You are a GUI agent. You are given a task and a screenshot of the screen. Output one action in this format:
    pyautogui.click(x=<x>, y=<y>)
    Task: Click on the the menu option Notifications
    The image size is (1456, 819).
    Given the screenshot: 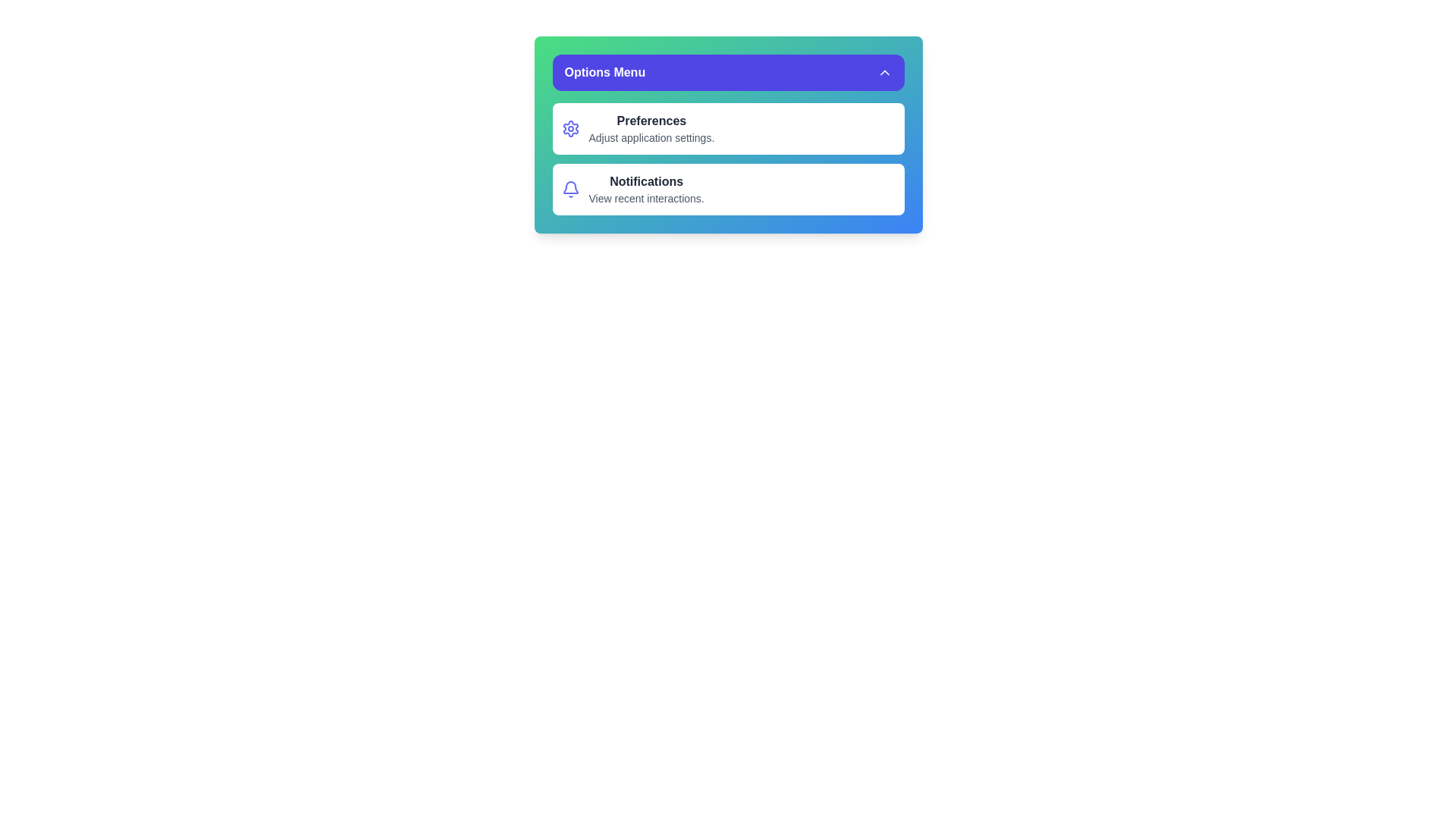 What is the action you would take?
    pyautogui.click(x=728, y=189)
    